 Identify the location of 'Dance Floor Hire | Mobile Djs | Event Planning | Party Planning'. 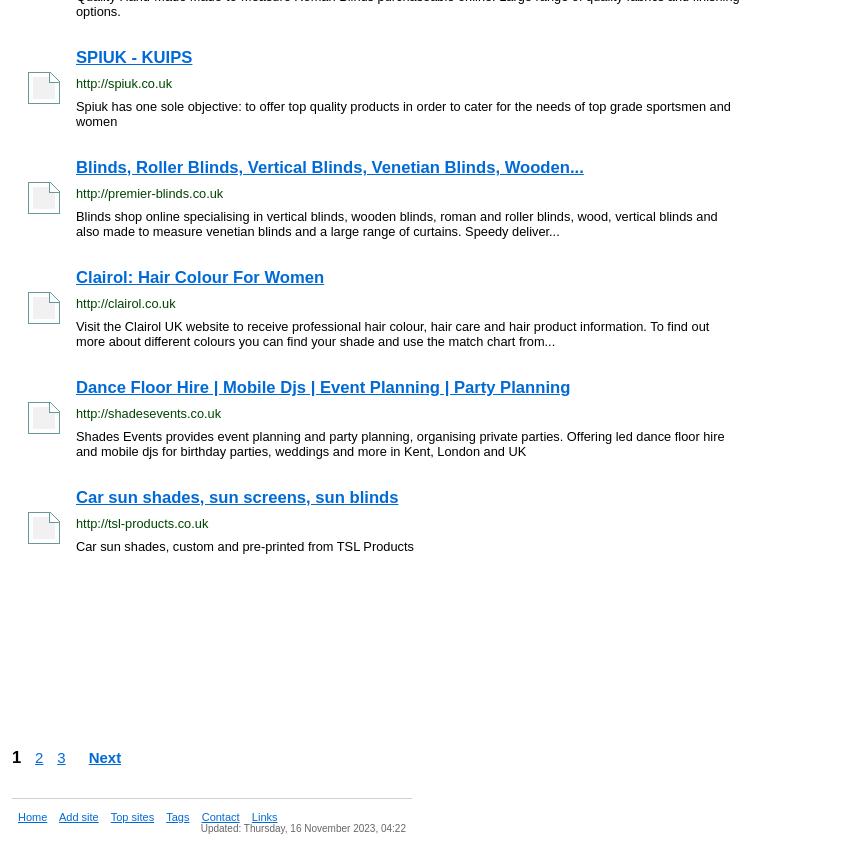
(322, 386).